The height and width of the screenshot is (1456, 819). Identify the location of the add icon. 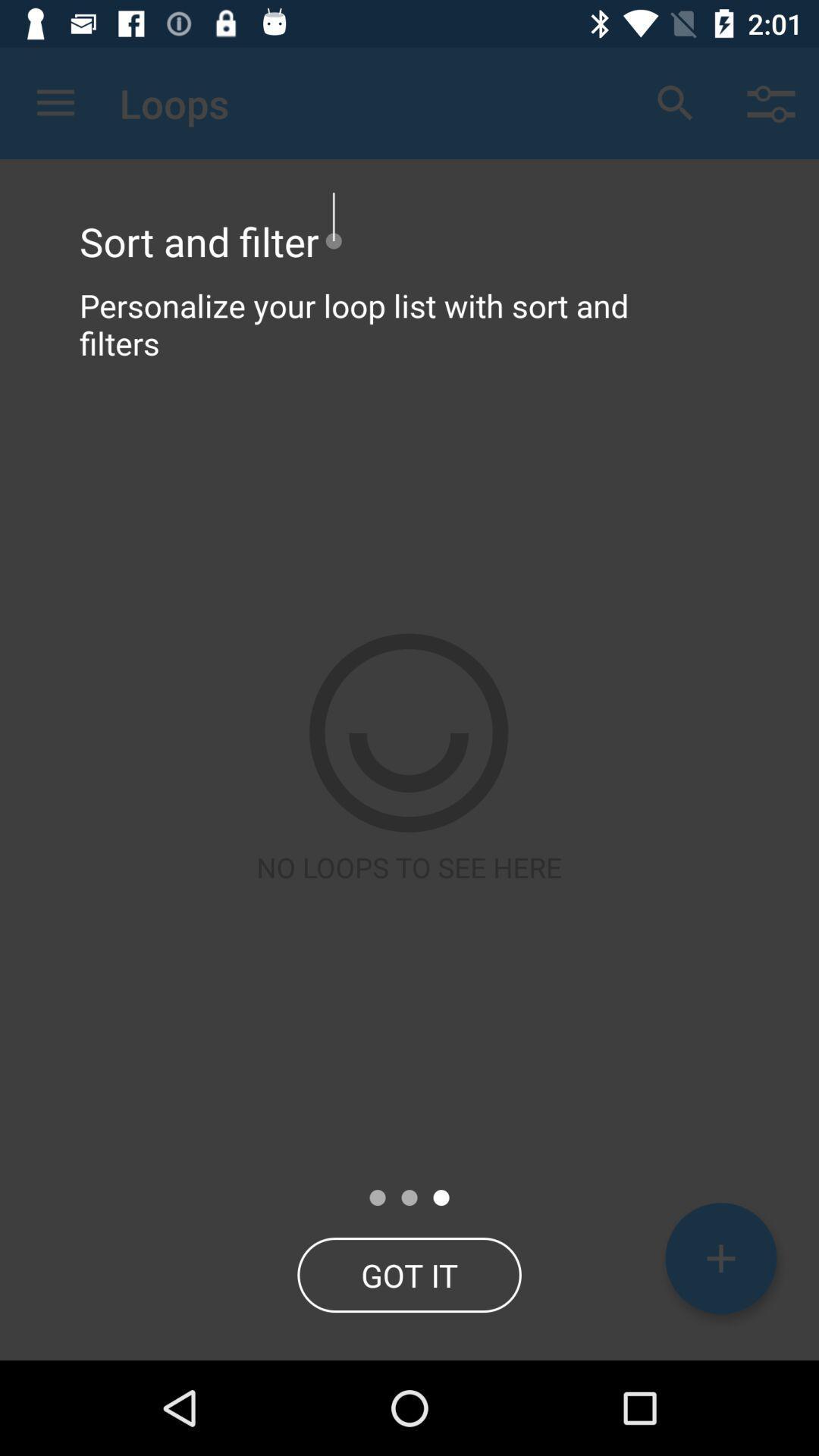
(720, 1258).